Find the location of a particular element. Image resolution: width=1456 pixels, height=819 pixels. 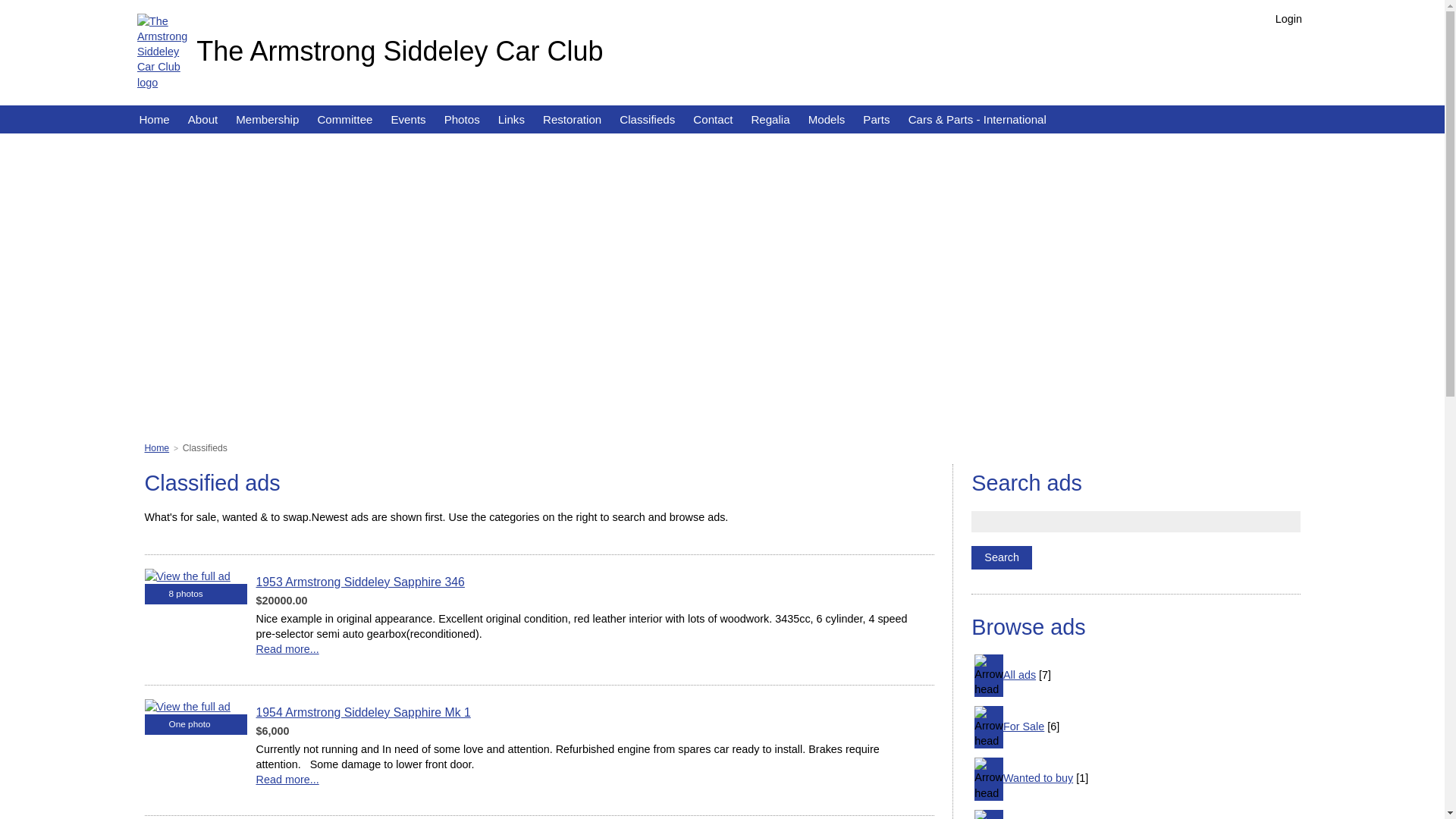

'View the full ad' is located at coordinates (144, 707).